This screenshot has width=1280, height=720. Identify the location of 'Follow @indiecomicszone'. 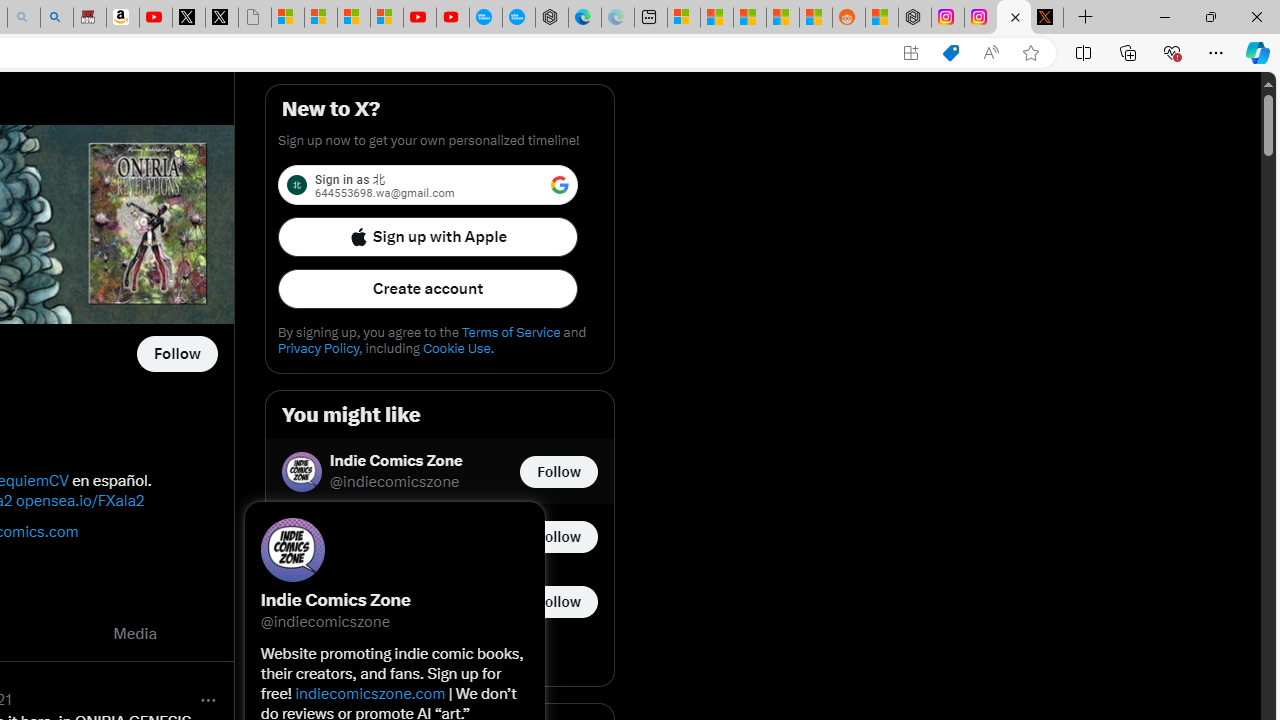
(558, 471).